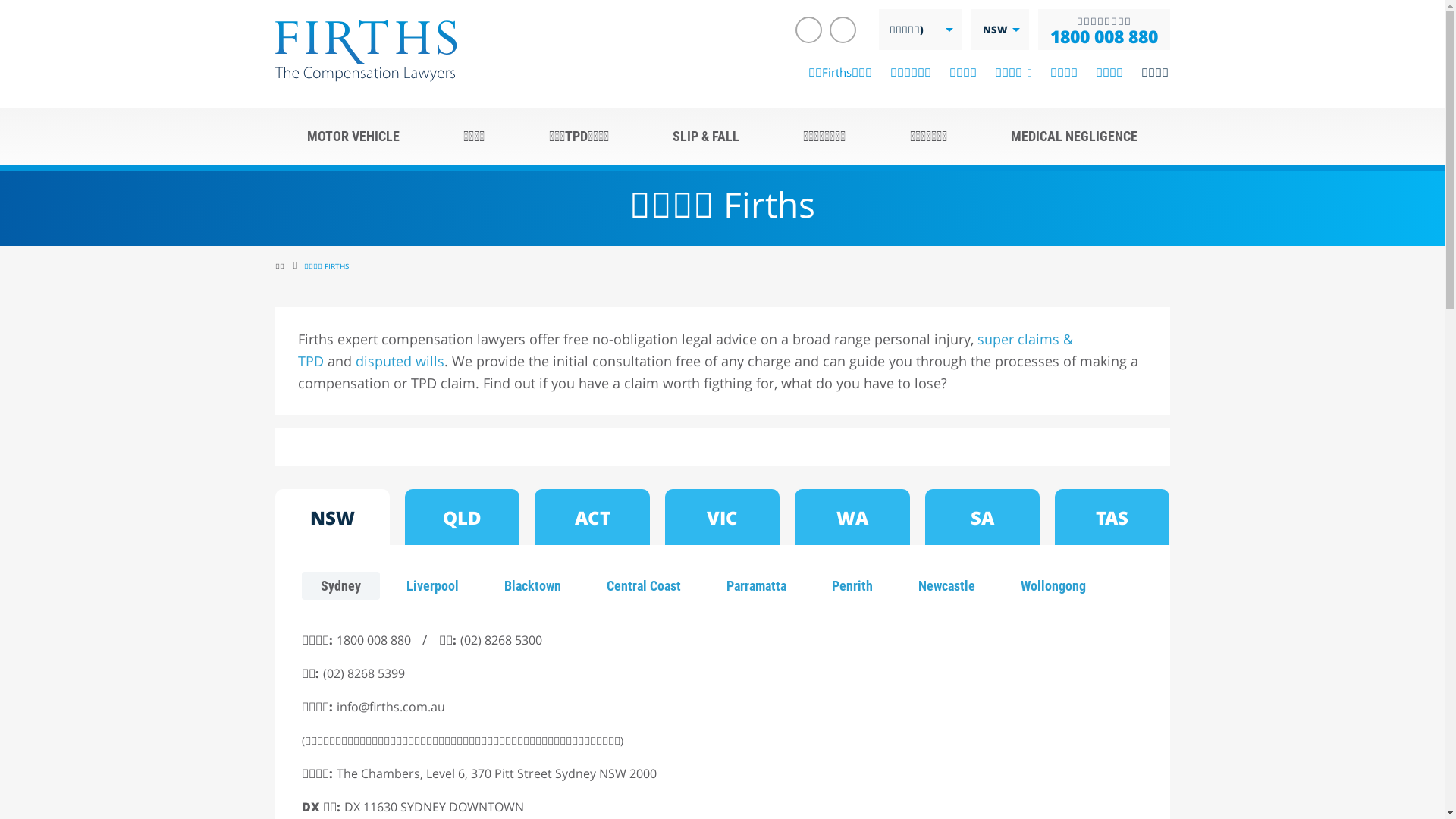 Image resolution: width=1456 pixels, height=819 pixels. Describe the element at coordinates (340, 585) in the screenshot. I see `'Sydney'` at that location.